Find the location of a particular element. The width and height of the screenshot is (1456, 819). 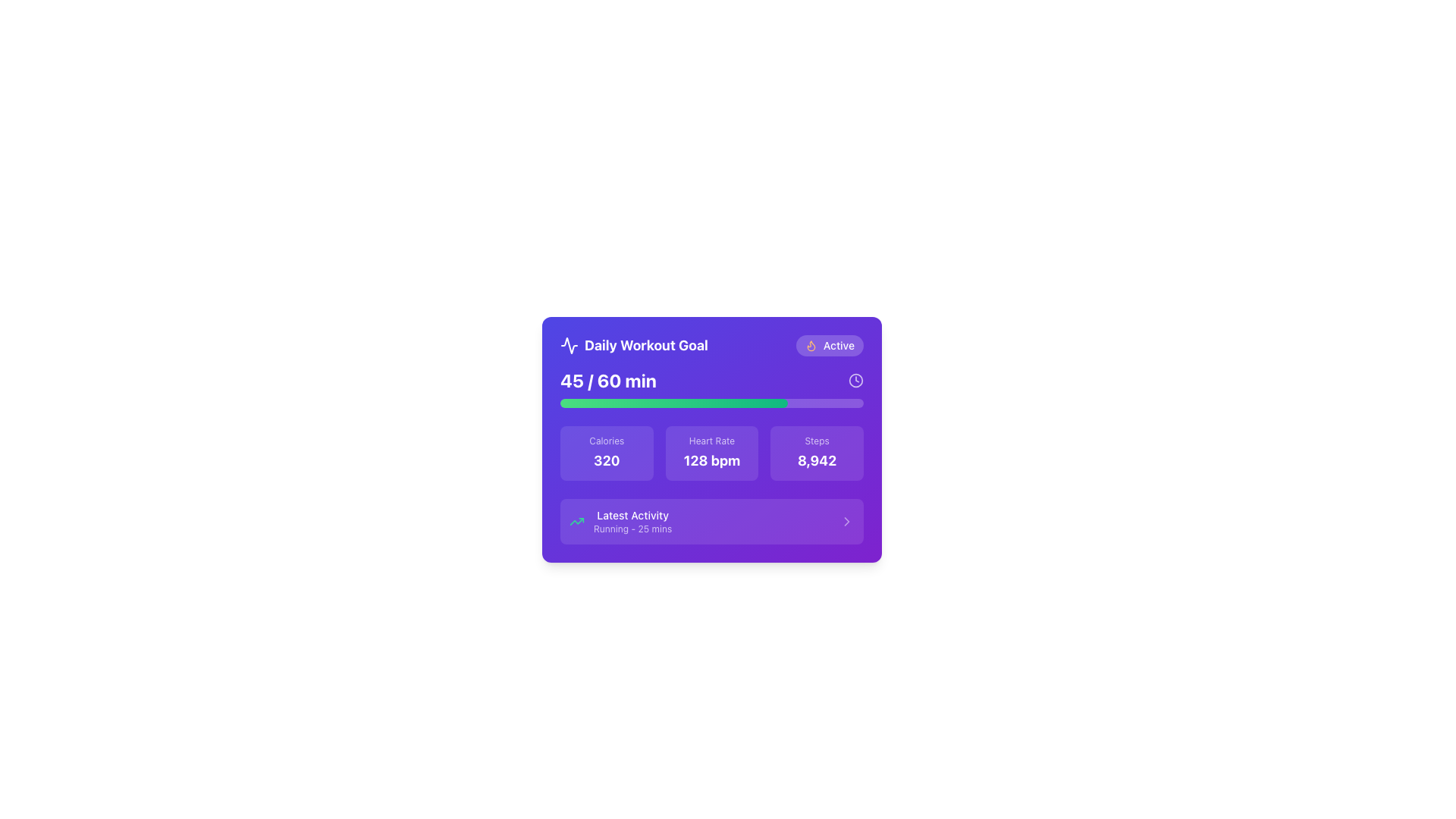

the Informational display card displaying the number '8,942' in bold white font, located as the rightmost item in a row of three containers is located at coordinates (816, 452).